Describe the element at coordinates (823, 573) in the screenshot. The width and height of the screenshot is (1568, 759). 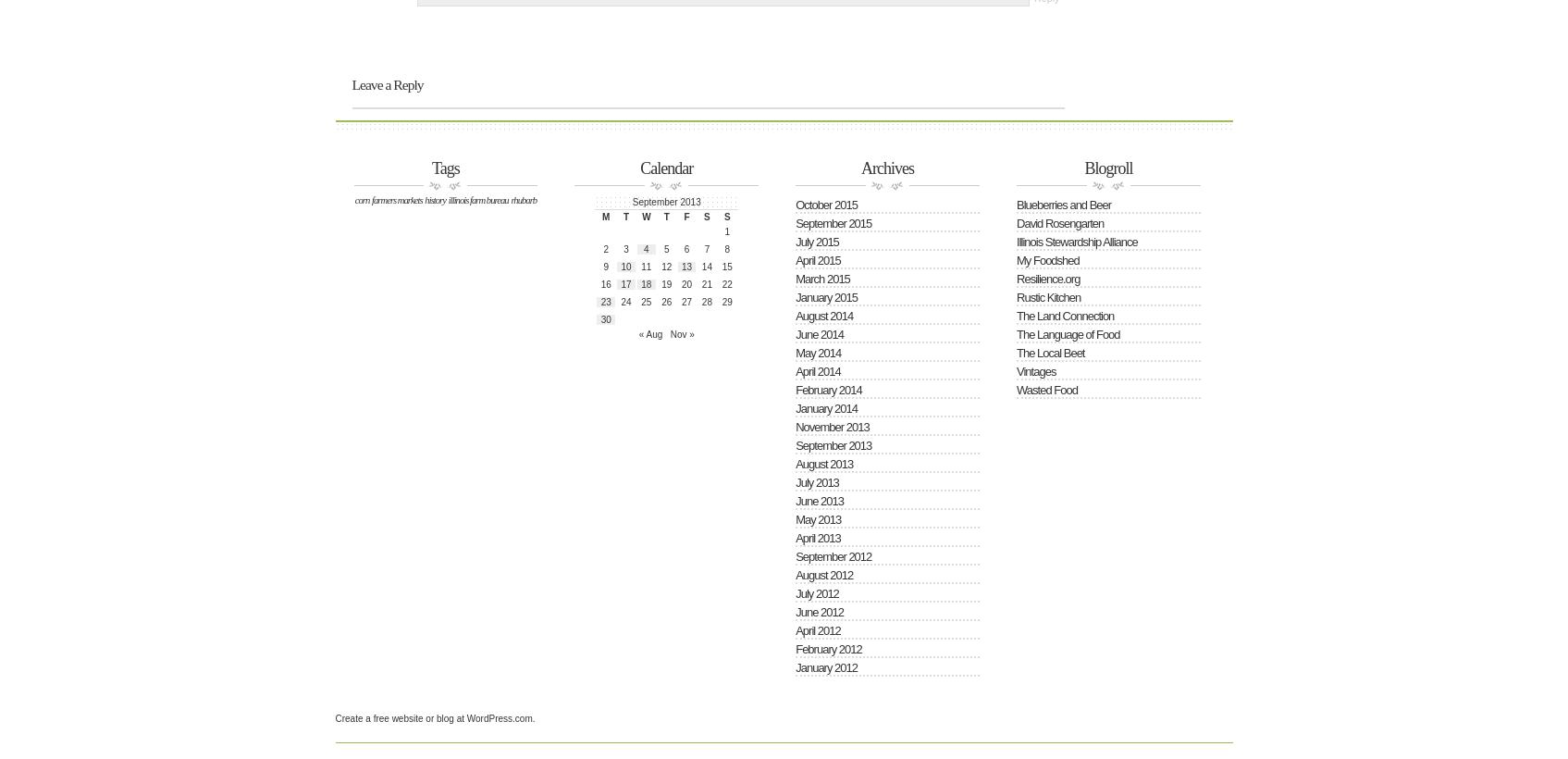
I see `'August 2012'` at that location.